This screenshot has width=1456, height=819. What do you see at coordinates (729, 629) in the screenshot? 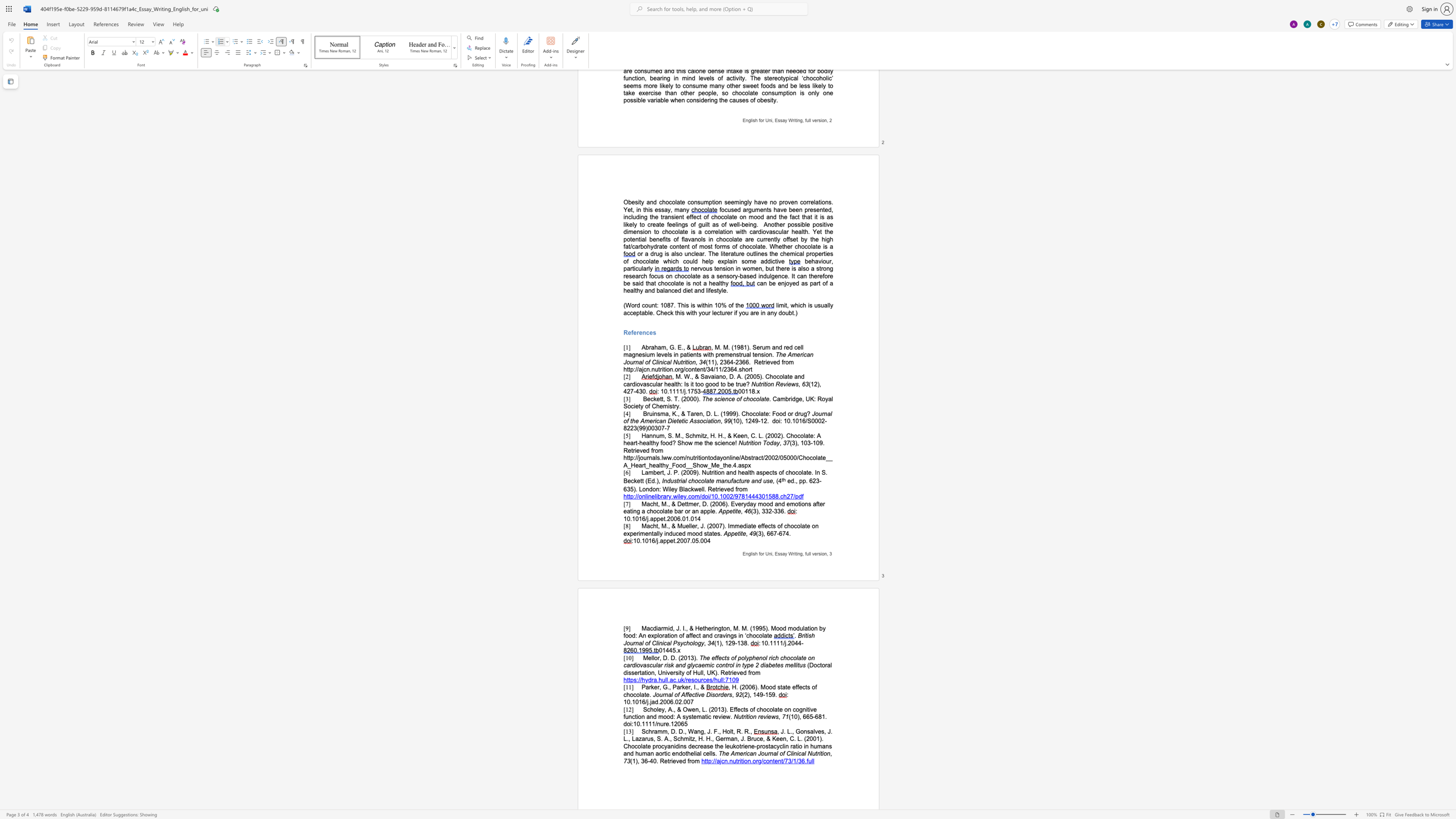
I see `the space between the continuous character "n" and "," in the text` at bounding box center [729, 629].